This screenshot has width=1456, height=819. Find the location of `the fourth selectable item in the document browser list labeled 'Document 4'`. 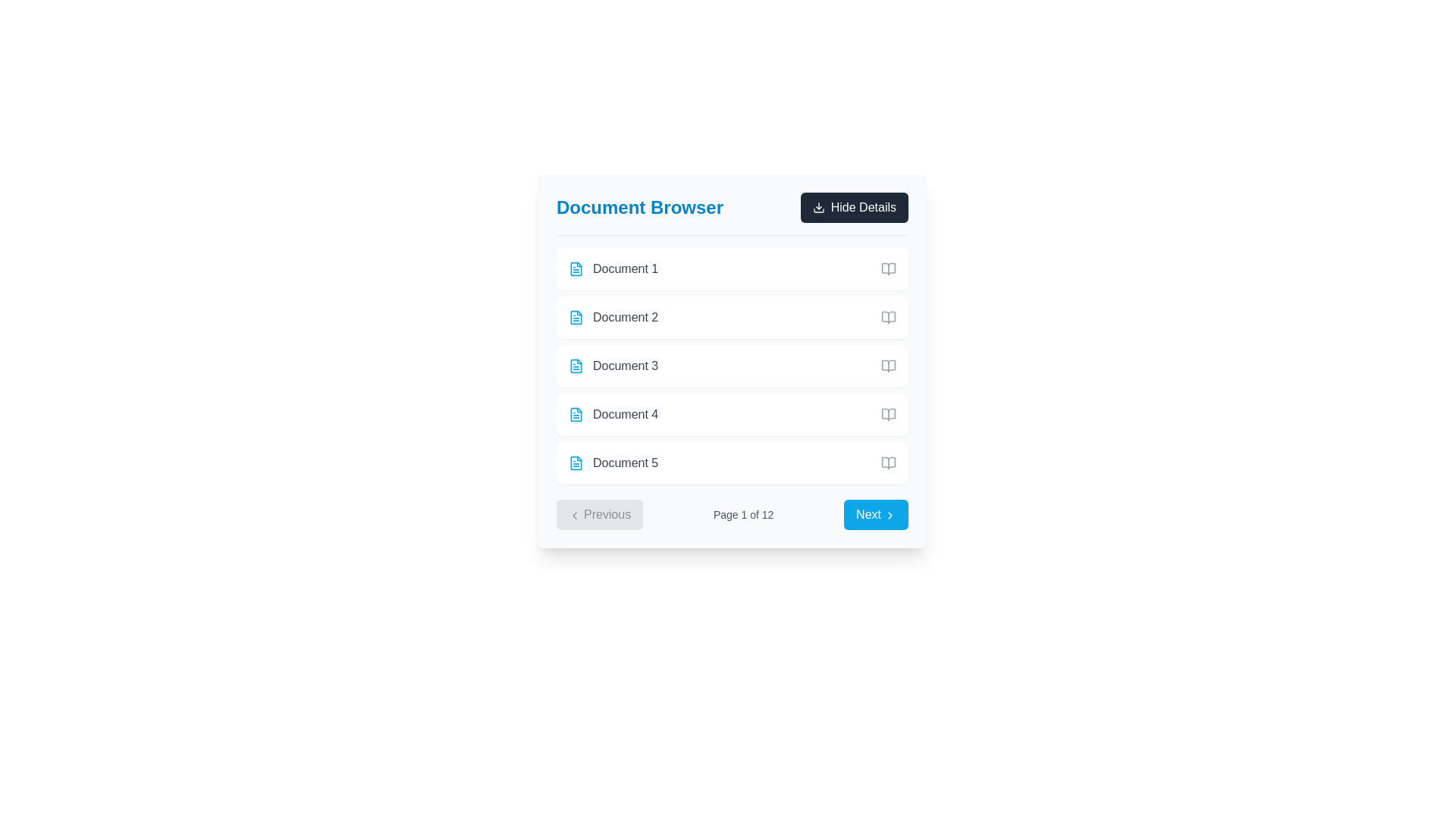

the fourth selectable item in the document browser list labeled 'Document 4' is located at coordinates (732, 415).